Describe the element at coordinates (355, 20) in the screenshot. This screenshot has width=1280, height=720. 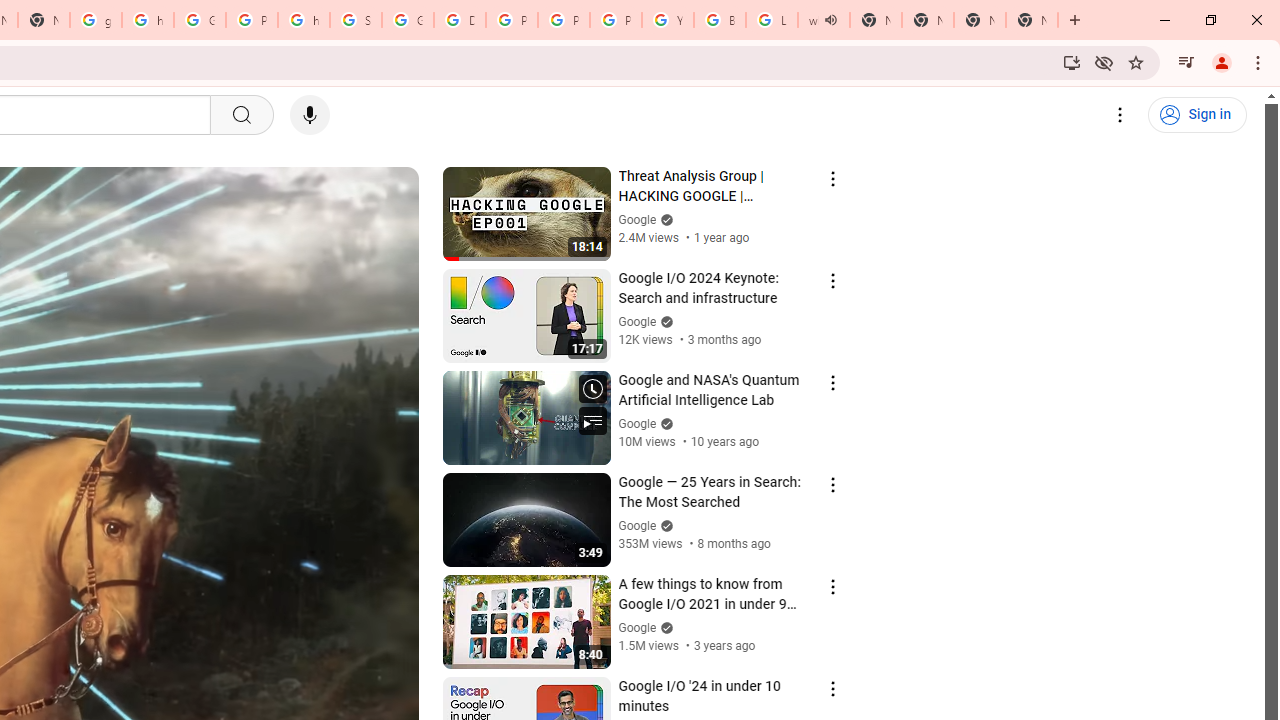
I see `'Sign in - Google Accounts'` at that location.